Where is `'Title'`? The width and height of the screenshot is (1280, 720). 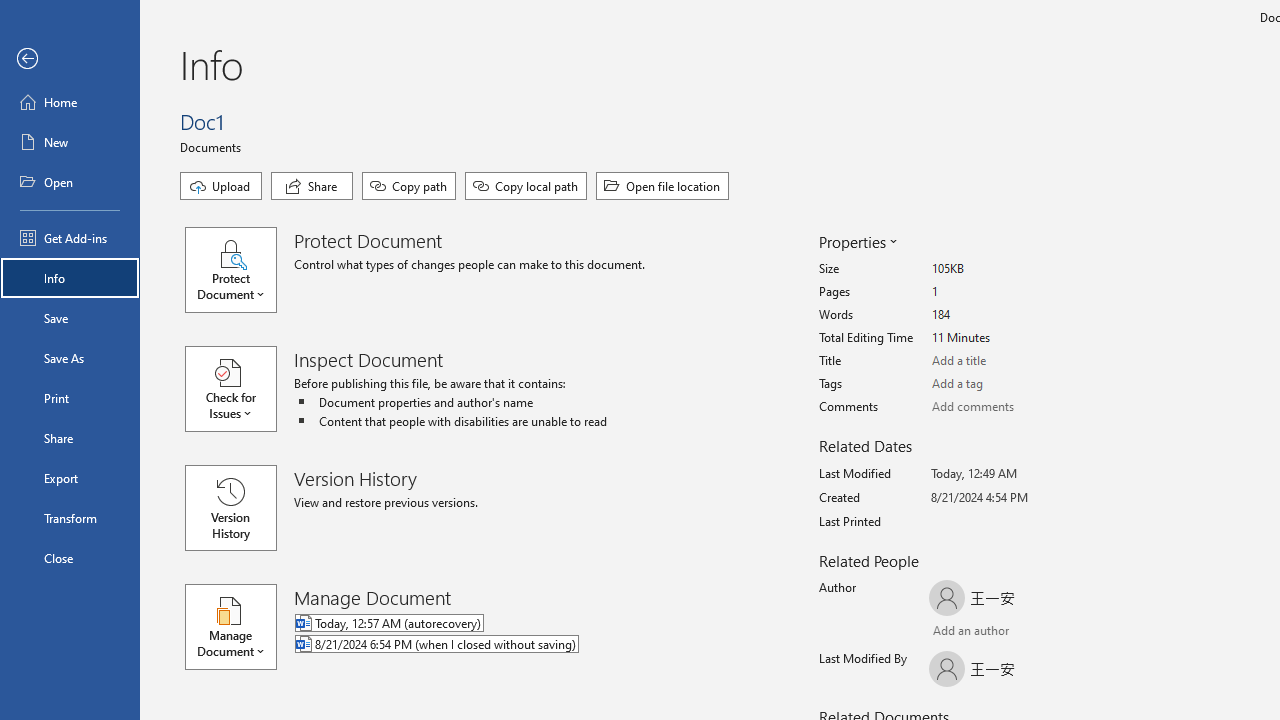
'Title' is located at coordinates (1006, 361).